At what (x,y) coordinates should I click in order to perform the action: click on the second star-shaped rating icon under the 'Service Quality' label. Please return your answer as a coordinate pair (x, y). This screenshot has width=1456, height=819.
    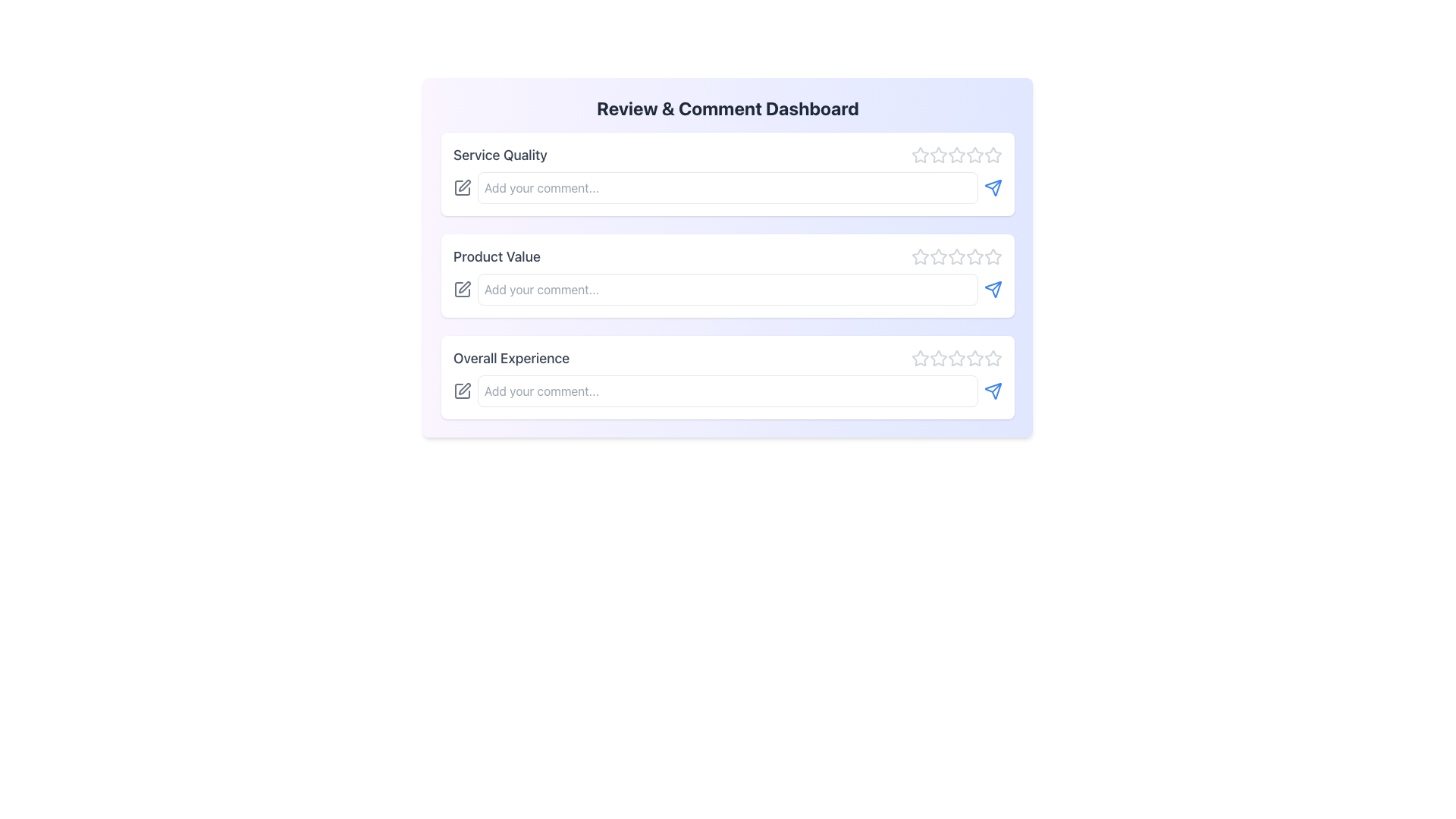
    Looking at the image, I should click on (956, 155).